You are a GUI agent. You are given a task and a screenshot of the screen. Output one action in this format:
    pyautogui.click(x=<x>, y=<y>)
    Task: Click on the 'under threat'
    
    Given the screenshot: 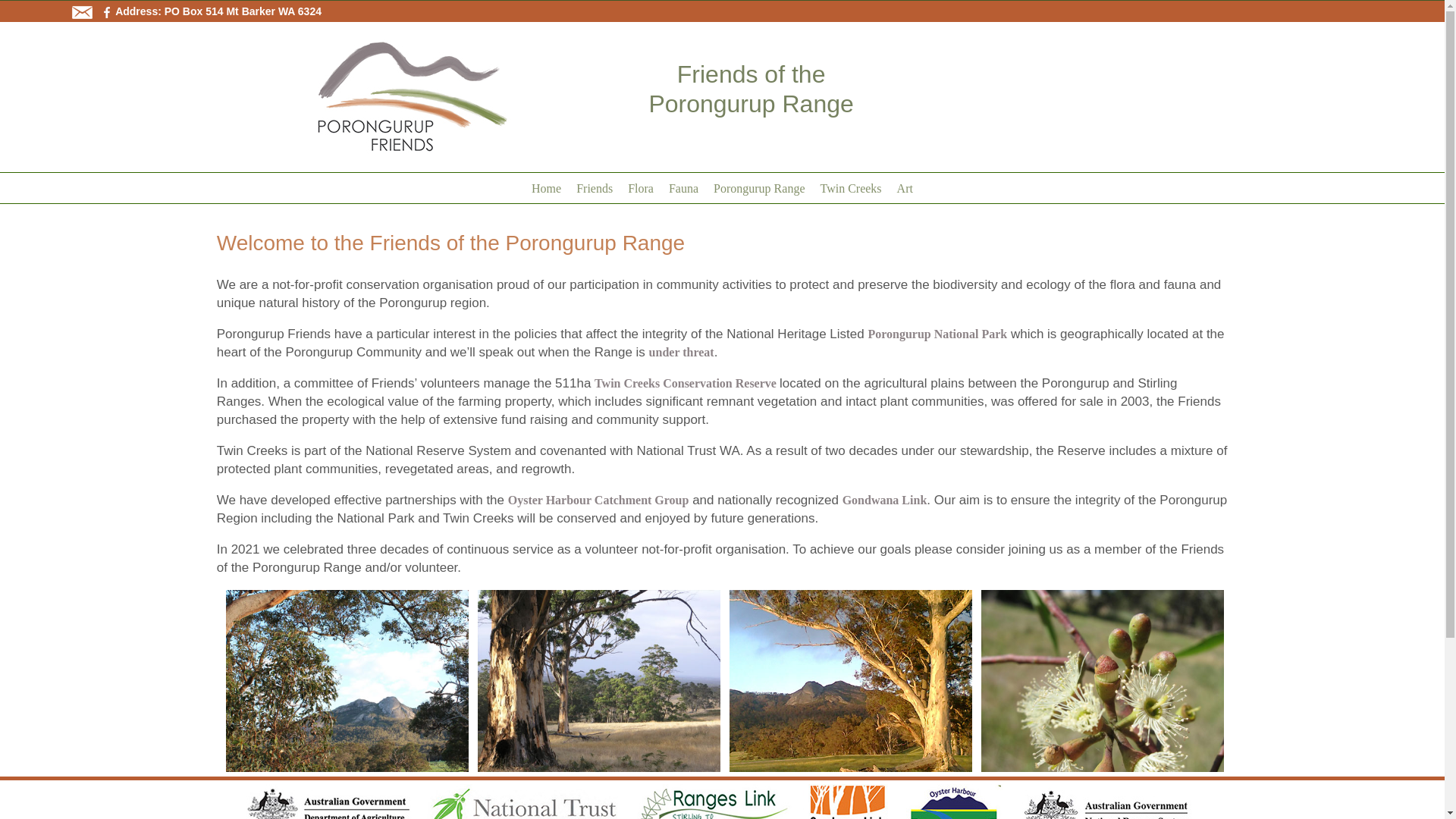 What is the action you would take?
    pyautogui.click(x=680, y=352)
    